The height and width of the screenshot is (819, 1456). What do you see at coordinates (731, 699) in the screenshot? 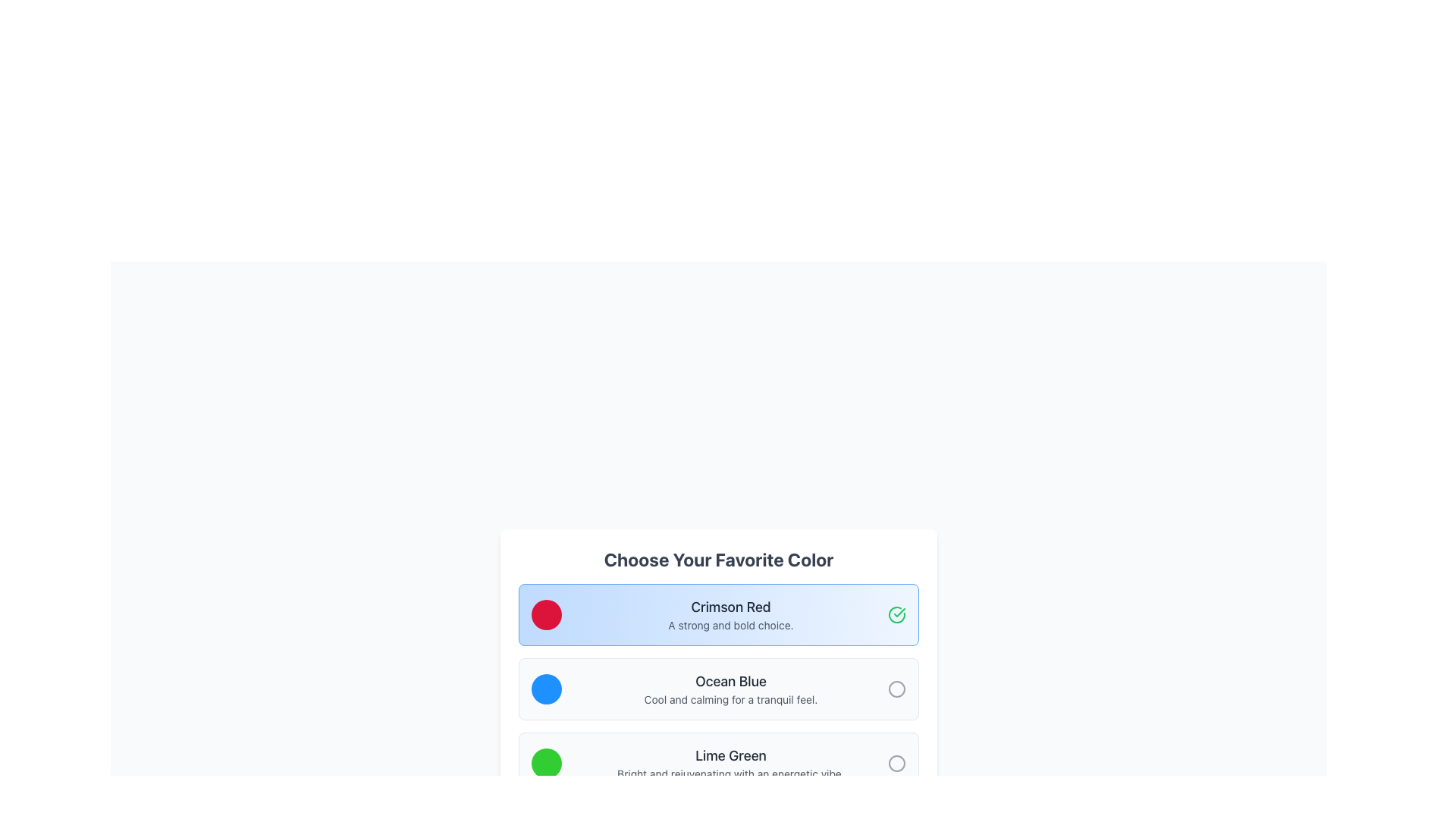
I see `descriptive Static Text providing additional context about the 'Ocean Blue' color option, located beneath the main title 'Ocean Blue' in the color selection menu` at bounding box center [731, 699].